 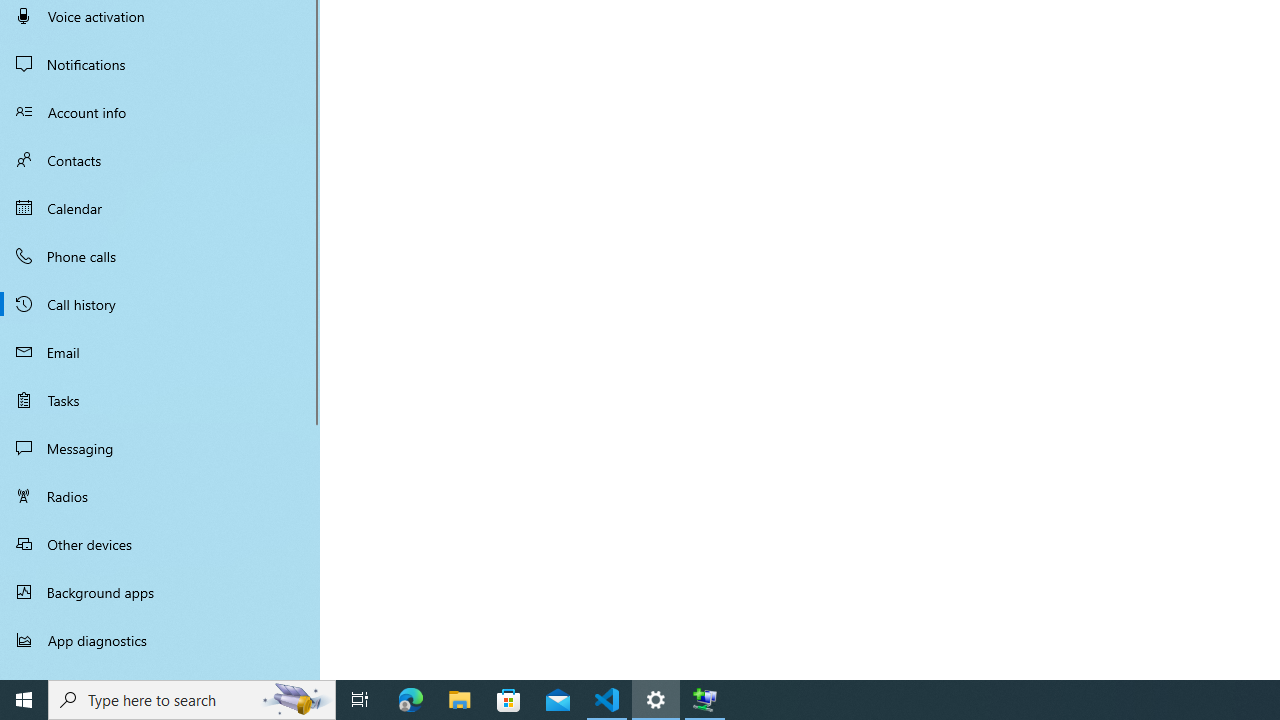 I want to click on 'Call history', so click(x=160, y=304).